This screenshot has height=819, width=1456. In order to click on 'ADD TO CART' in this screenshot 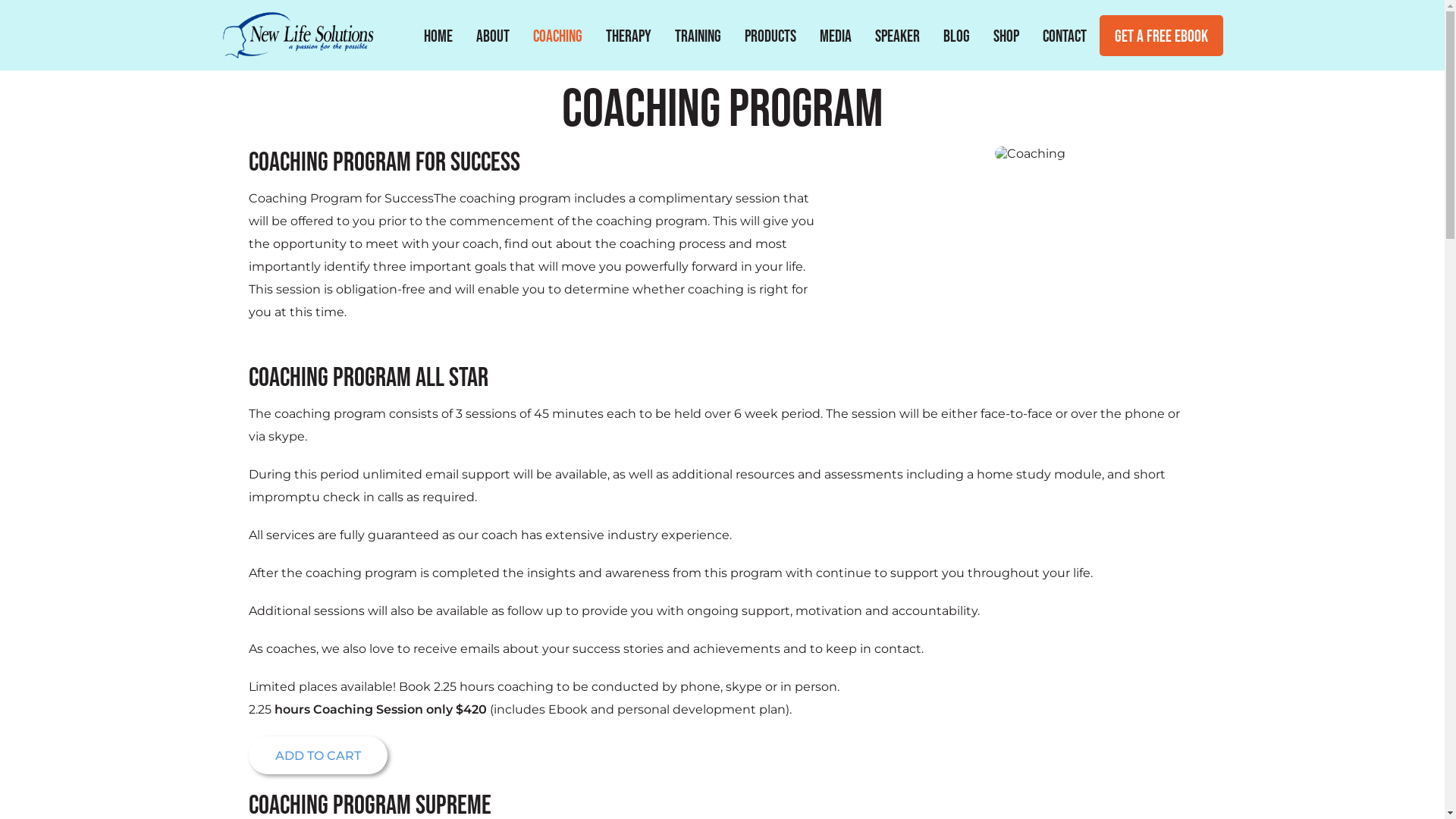, I will do `click(317, 755)`.